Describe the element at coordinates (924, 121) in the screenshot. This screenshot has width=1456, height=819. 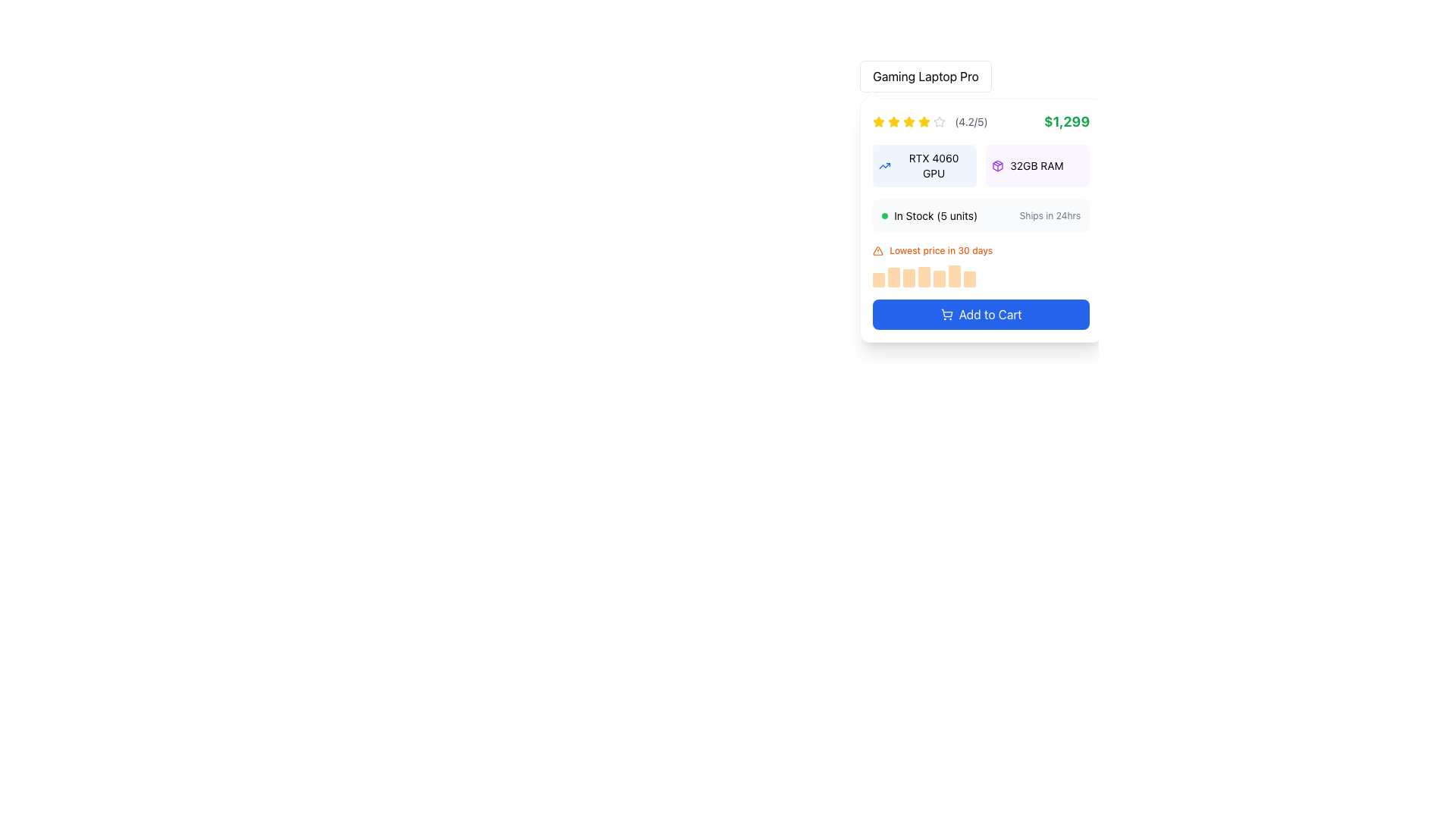
I see `the fourth star in the yellow star rating icon, which is part of a horizontal rating control located near the top-left area of the main content card` at that location.